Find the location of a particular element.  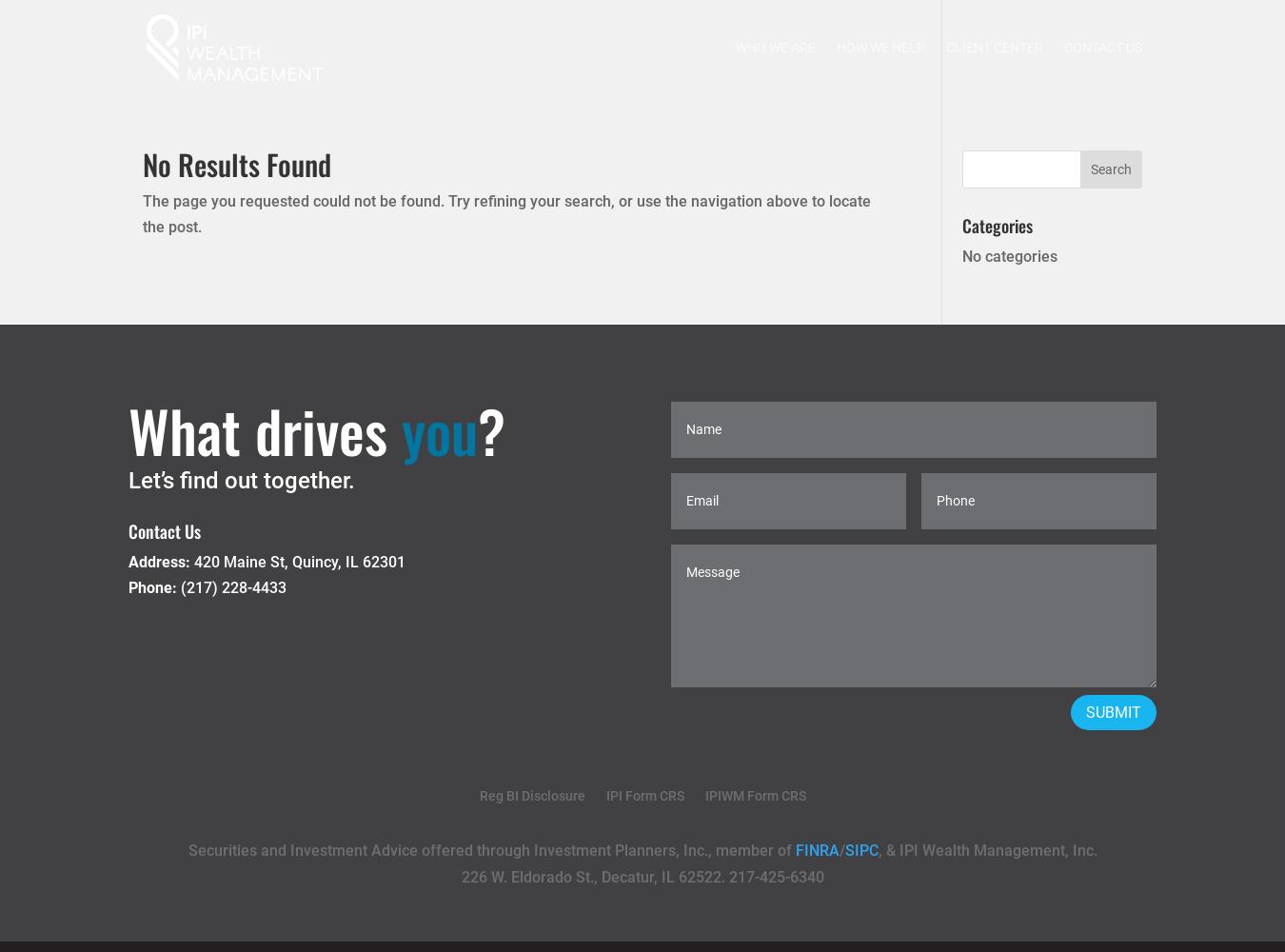

'No categories' is located at coordinates (959, 256).